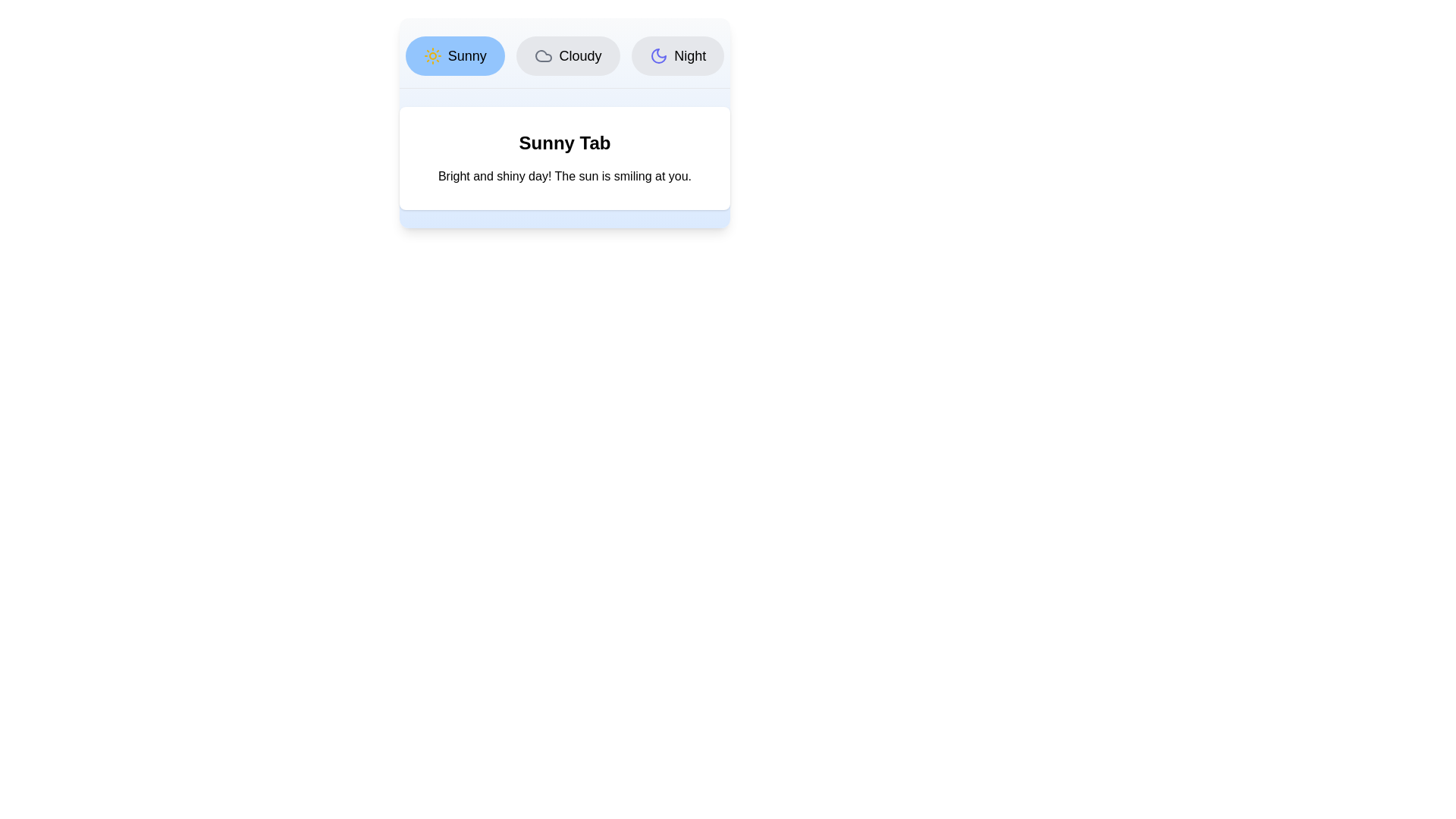 This screenshot has width=1456, height=819. What do you see at coordinates (676, 55) in the screenshot?
I see `the tab labeled Night to switch to the corresponding content` at bounding box center [676, 55].